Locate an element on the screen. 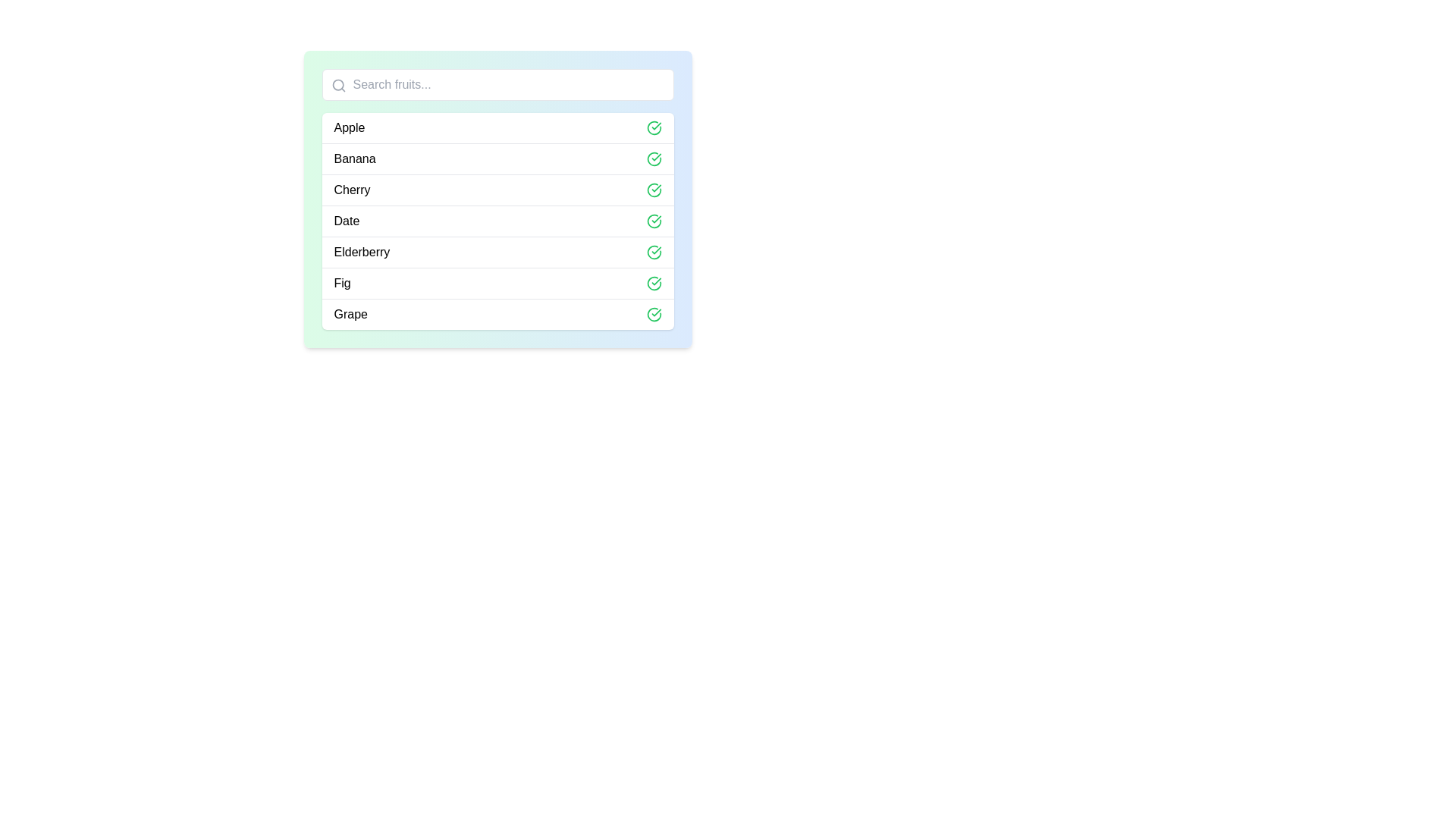  the list item displaying 'Grape' is located at coordinates (497, 313).